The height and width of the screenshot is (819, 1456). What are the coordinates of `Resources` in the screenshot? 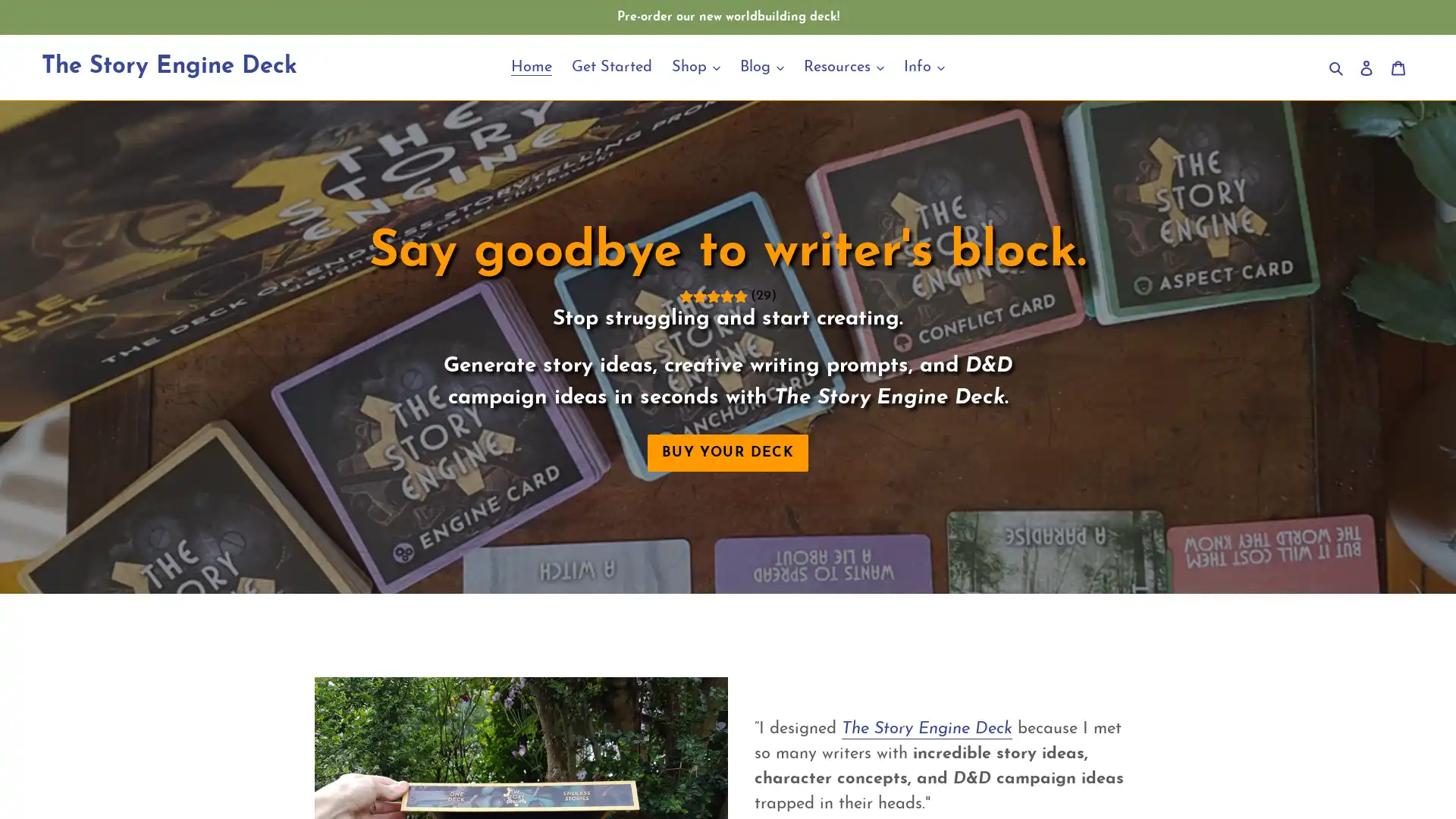 It's located at (843, 66).